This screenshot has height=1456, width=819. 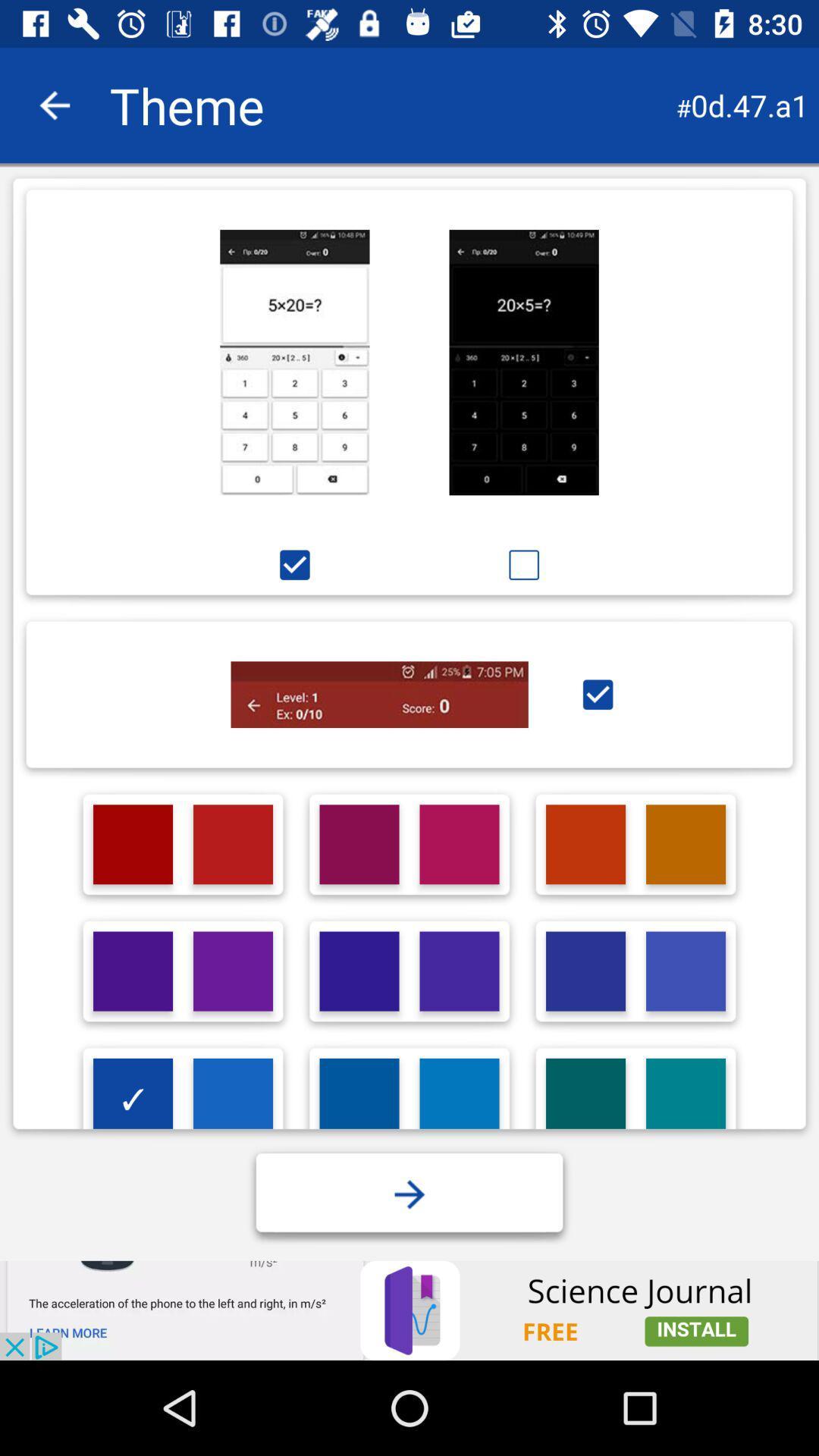 I want to click on logo, so click(x=686, y=971).